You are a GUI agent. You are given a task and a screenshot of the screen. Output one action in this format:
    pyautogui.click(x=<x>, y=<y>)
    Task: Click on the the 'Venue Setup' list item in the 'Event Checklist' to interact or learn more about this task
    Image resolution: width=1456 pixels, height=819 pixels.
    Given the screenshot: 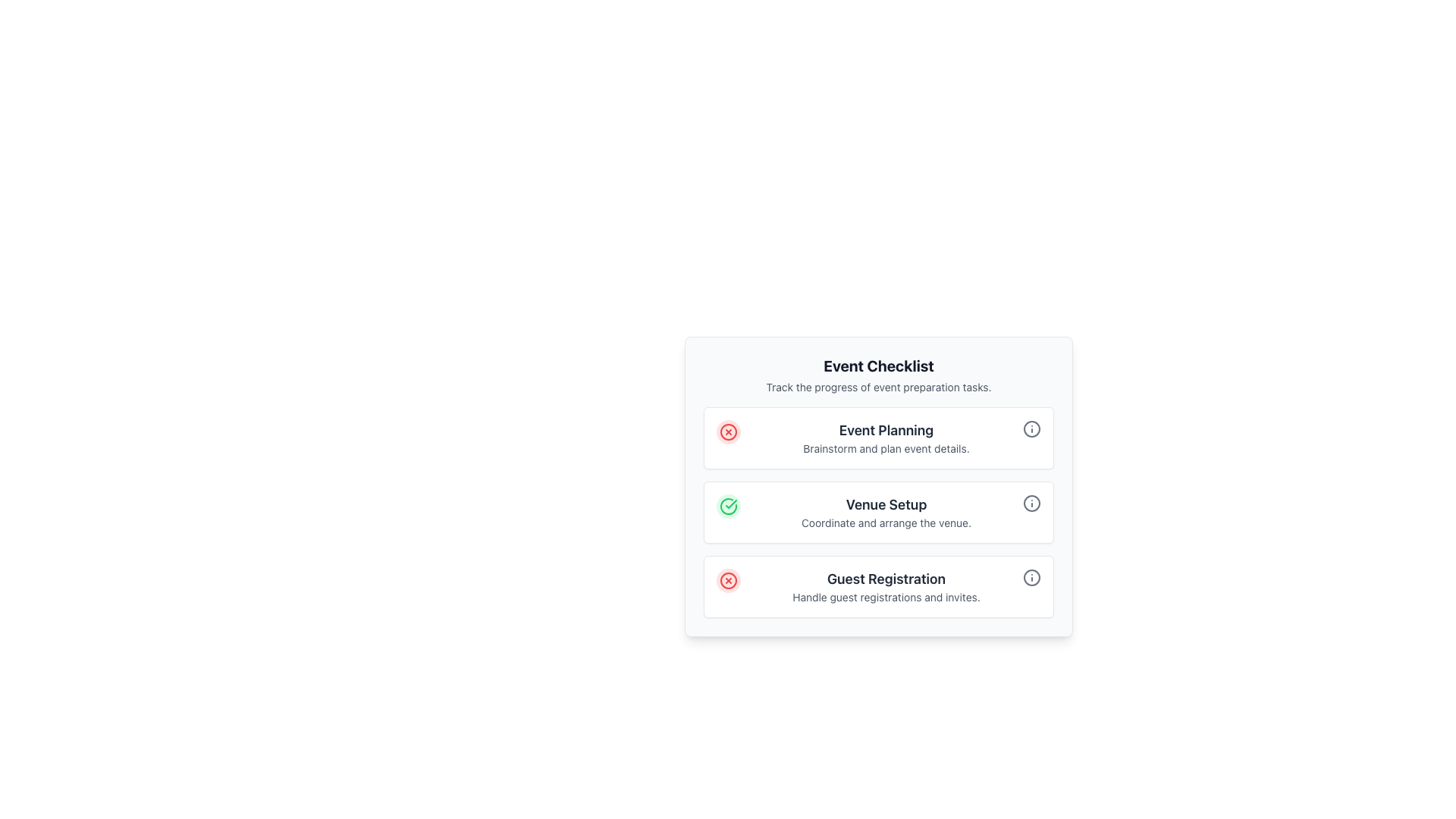 What is the action you would take?
    pyautogui.click(x=878, y=512)
    